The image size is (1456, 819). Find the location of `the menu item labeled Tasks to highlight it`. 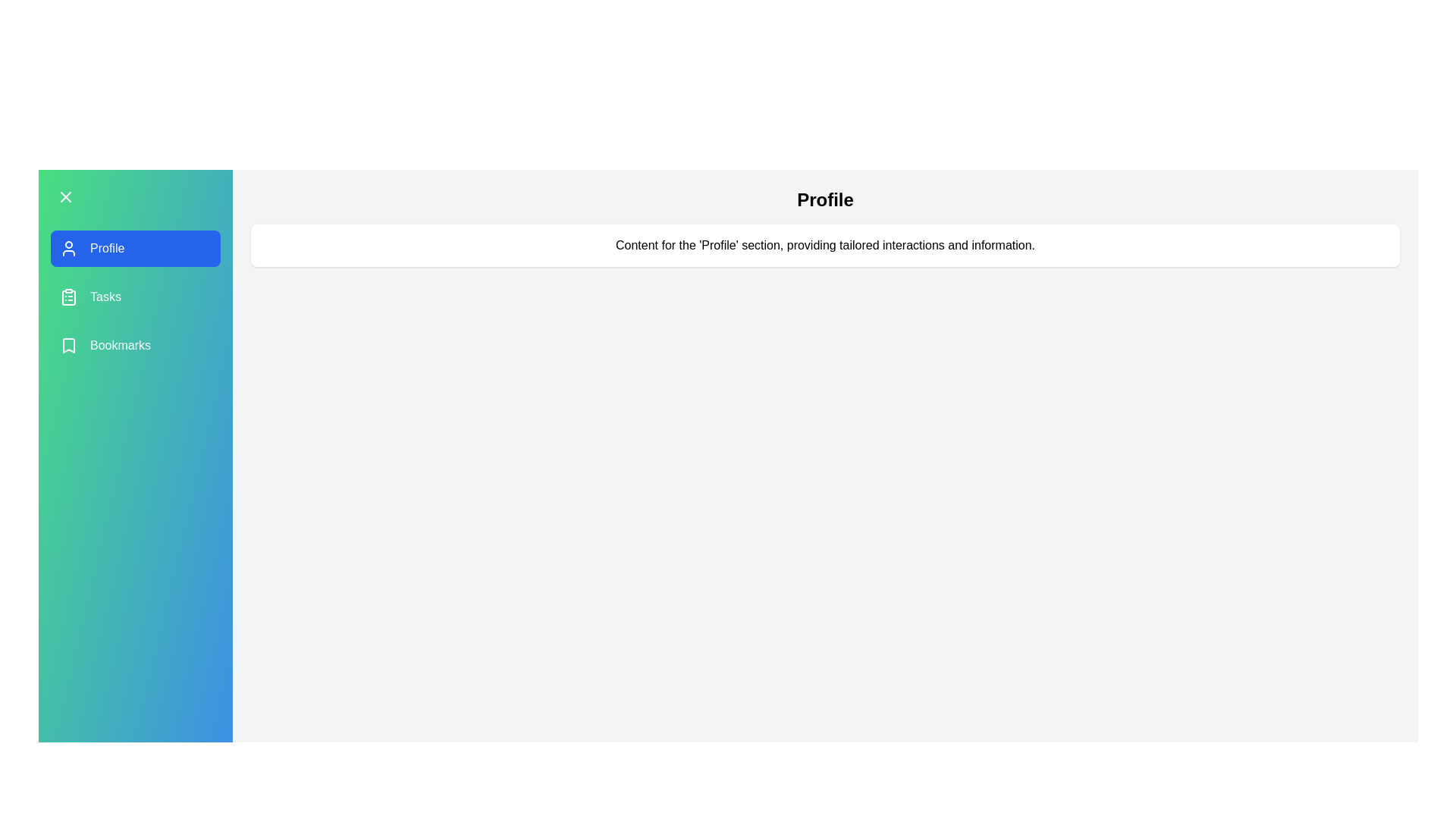

the menu item labeled Tasks to highlight it is located at coordinates (135, 297).